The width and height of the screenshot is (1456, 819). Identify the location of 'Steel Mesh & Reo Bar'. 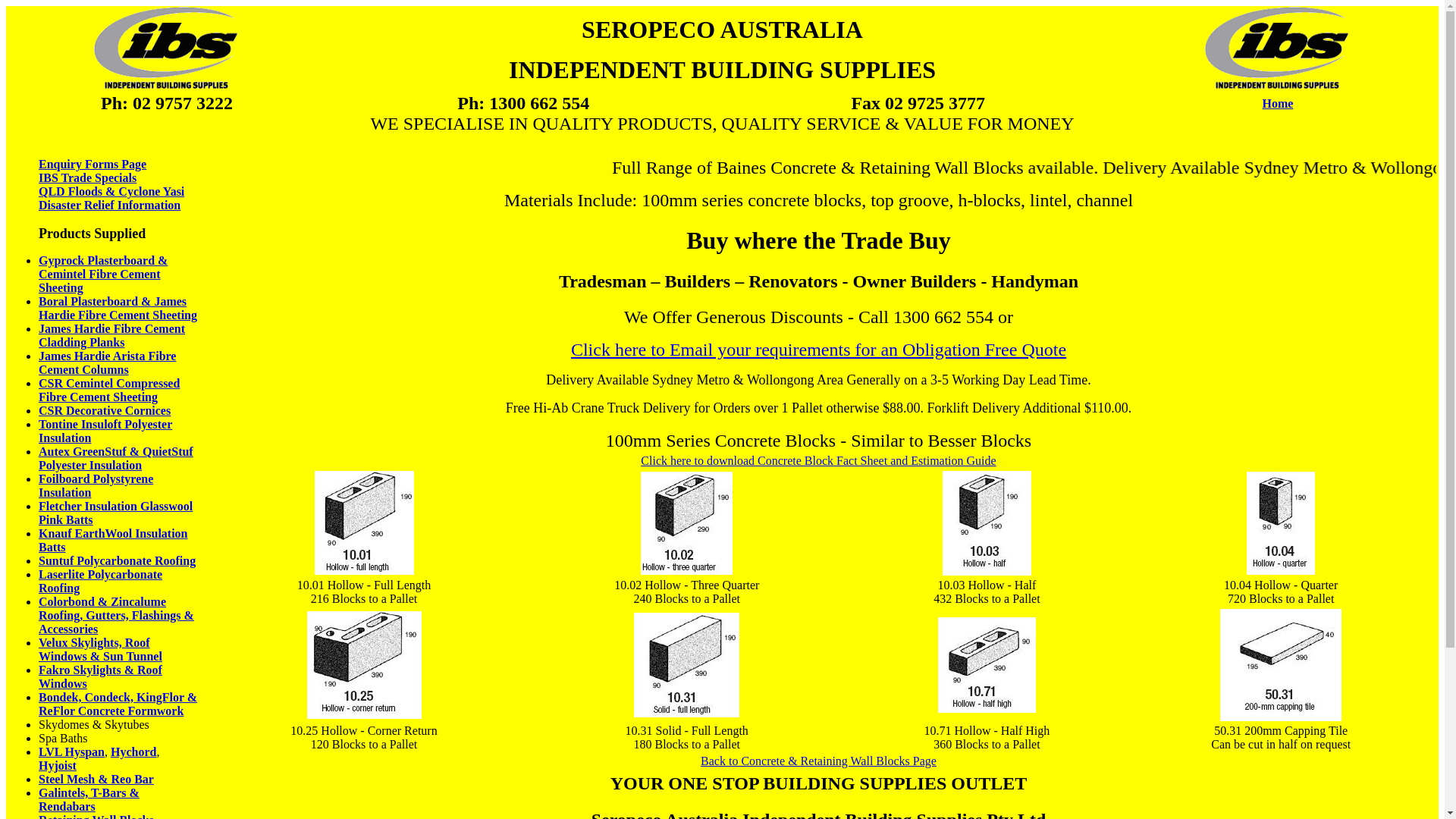
(39, 779).